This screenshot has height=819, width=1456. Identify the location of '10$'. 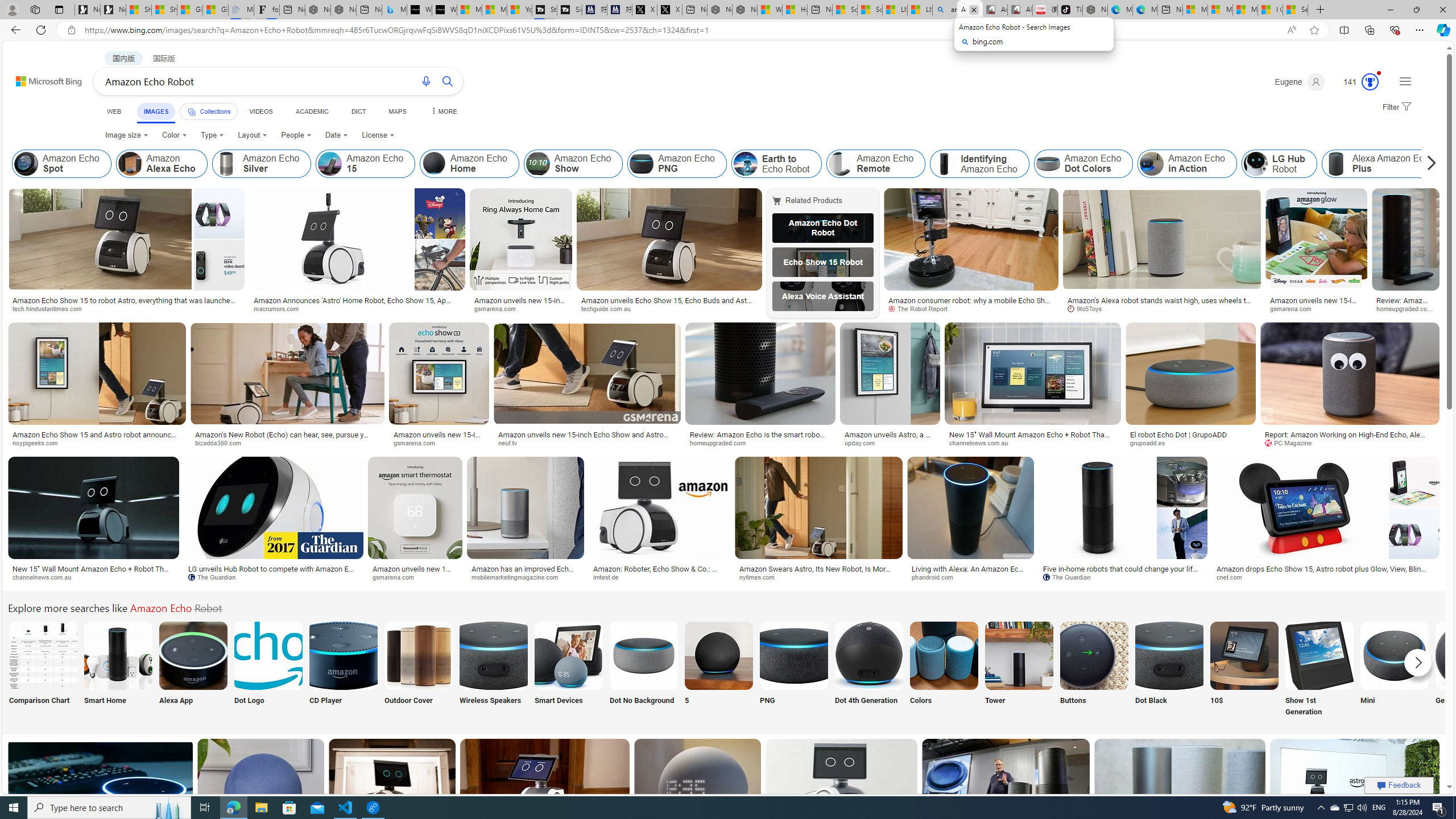
(1243, 669).